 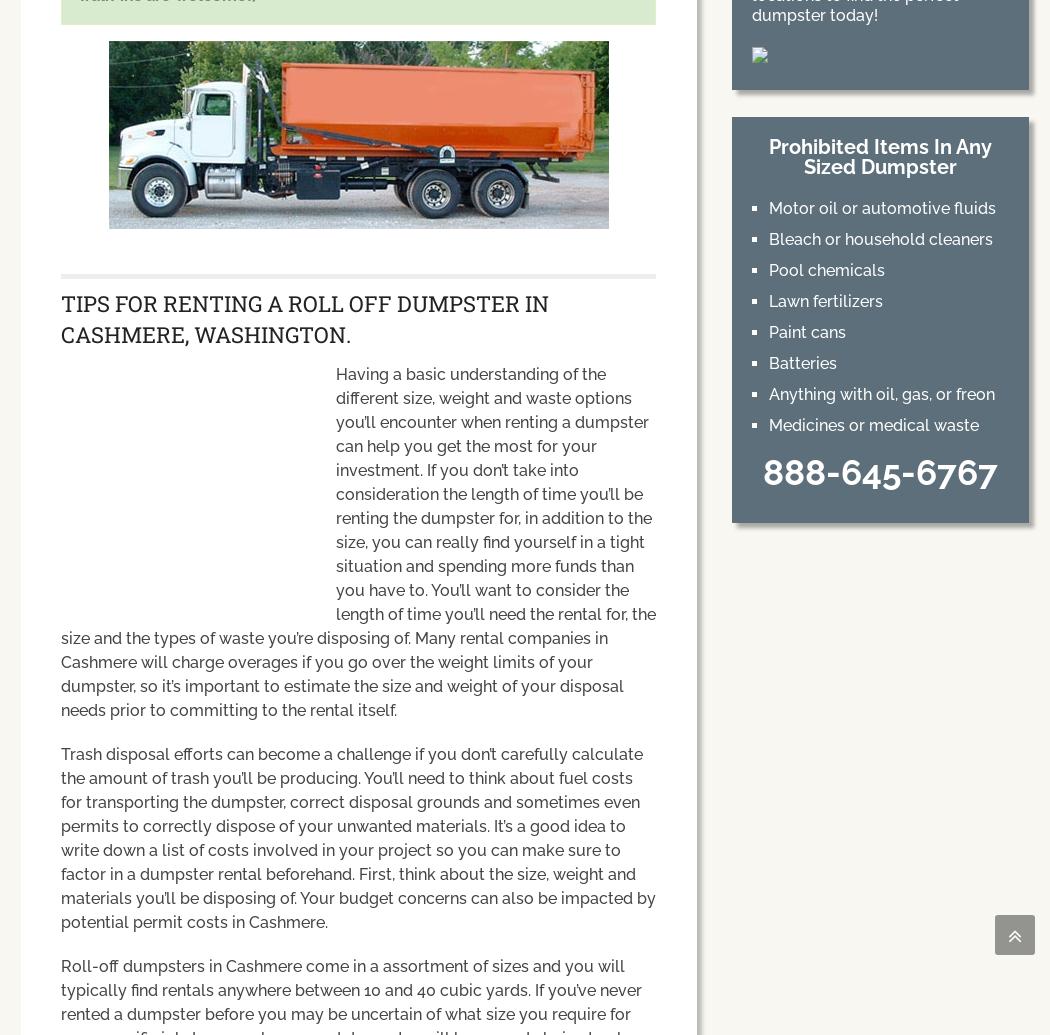 I want to click on 'Having a basic understanding of the different size, weight and waste options you’ll encounter when renting a dumpster can help you get the most for your investment. If you don’t take into consideration the length of time you’ll be renting the dumpster for, in addition to the size, you can really find yourself in a tight situation and spending more funds than you have to. You’ll want to consider the length of time you’ll need the rental for, the size and the types of waste you’re disposing of. Many rental companies in Cashmere will charge overages if you go over the weight limits of your dumpster, so it’s important to estimate the size and weight of your disposal needs prior to committing to the rental itself.', so click(x=357, y=541).